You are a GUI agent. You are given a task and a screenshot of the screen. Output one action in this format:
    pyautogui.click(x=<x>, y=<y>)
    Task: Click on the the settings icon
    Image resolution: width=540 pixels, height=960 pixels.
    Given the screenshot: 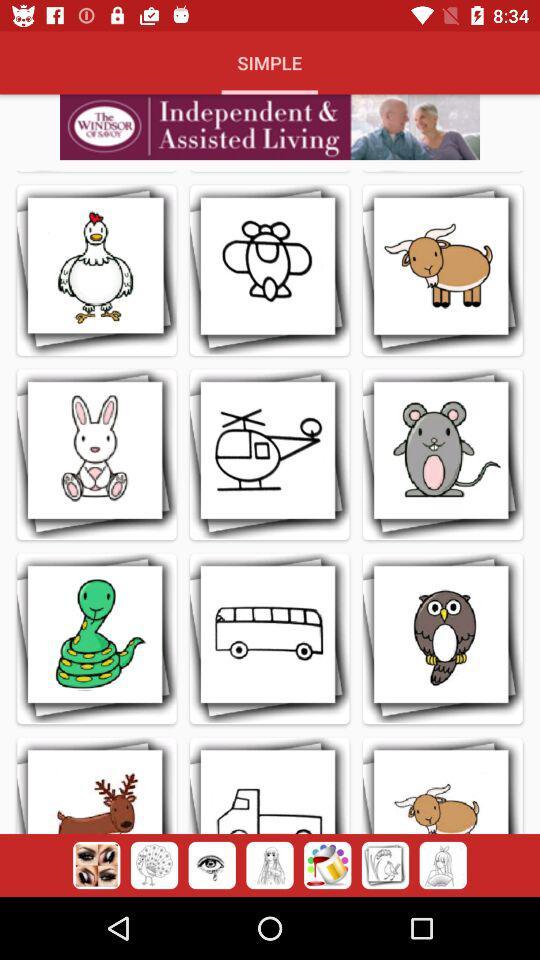 What is the action you would take?
    pyautogui.click(x=153, y=864)
    